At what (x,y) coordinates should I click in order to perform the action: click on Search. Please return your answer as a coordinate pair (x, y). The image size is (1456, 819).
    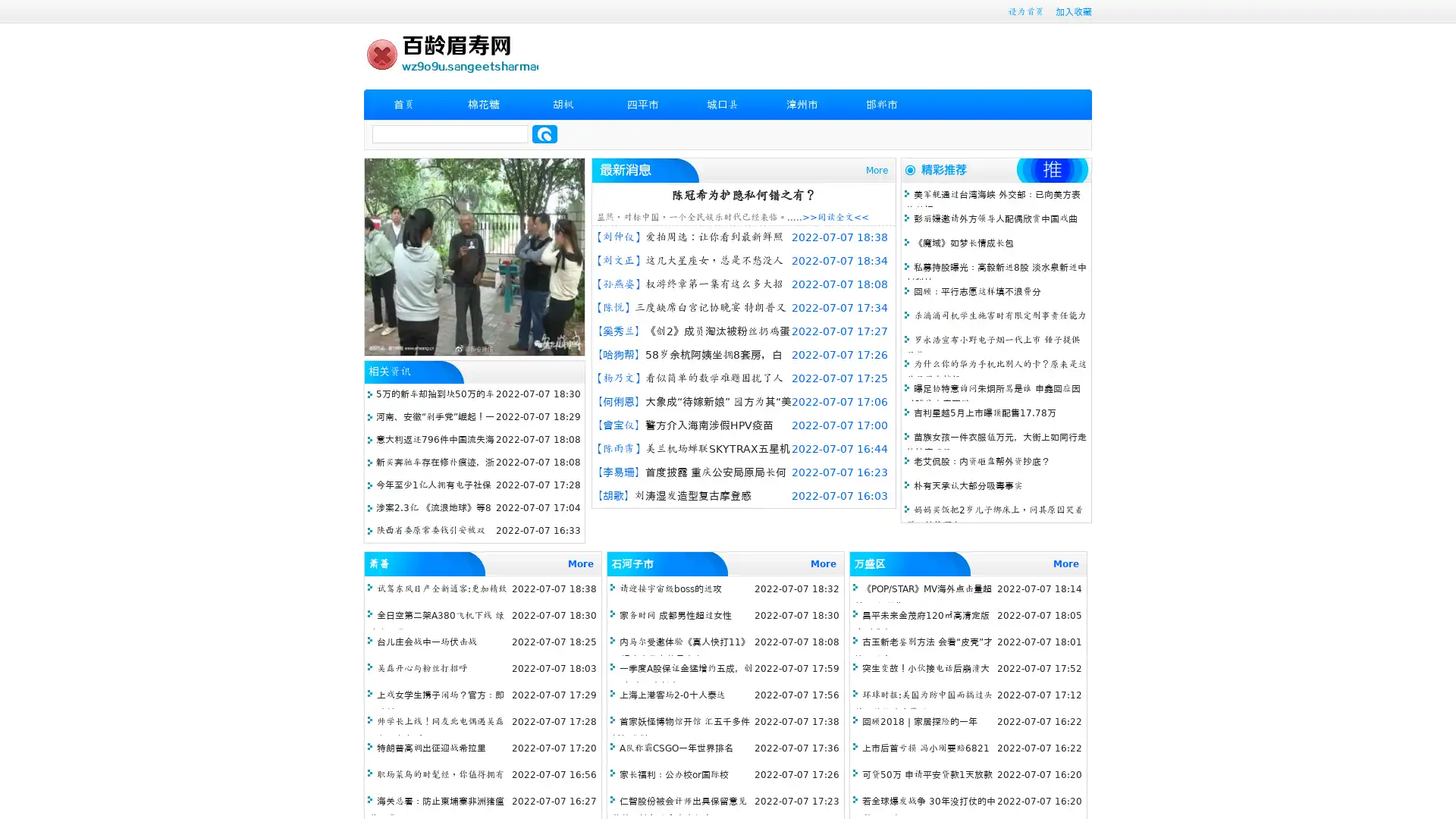
    Looking at the image, I should click on (544, 133).